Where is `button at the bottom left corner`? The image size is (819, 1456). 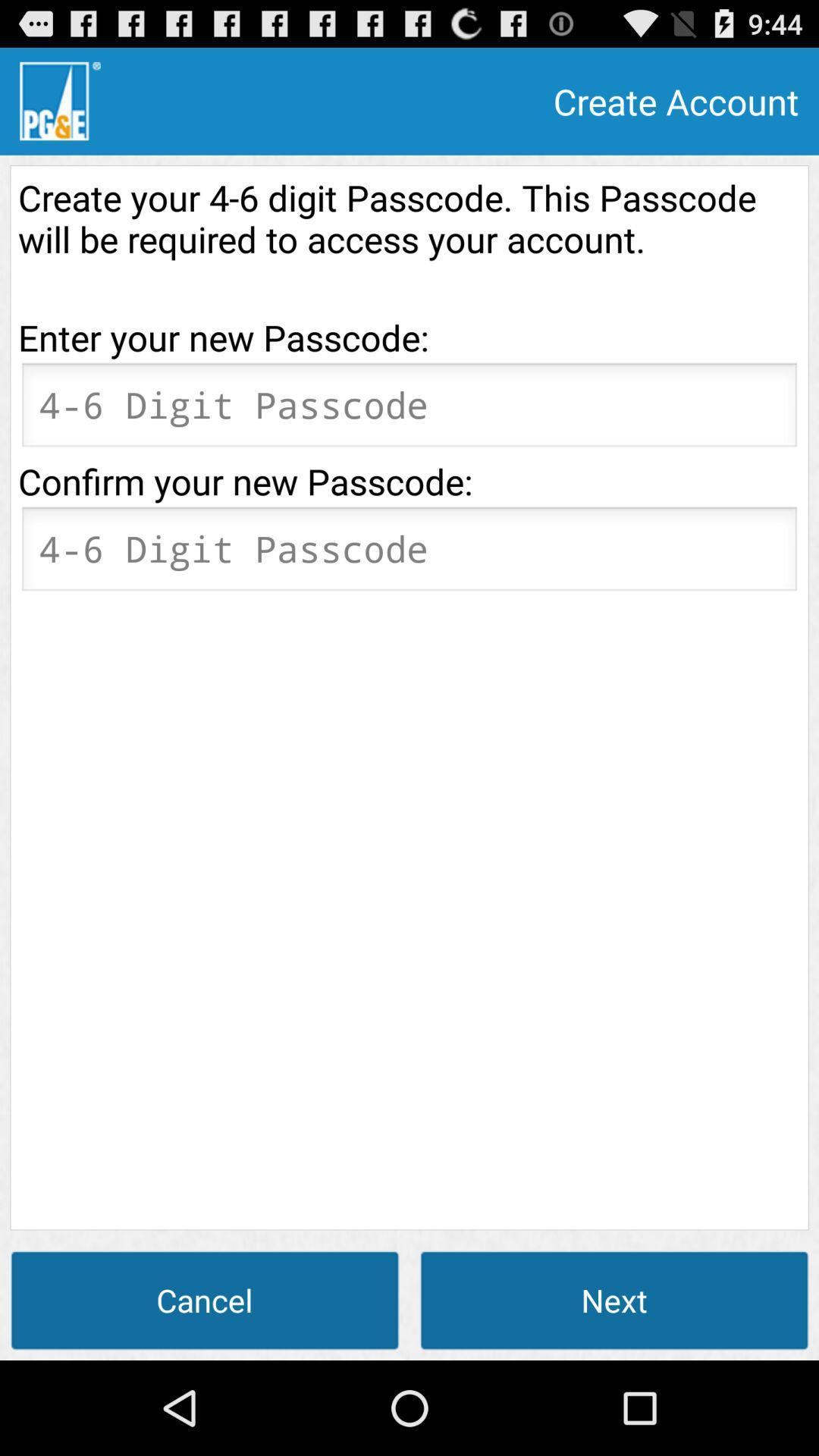 button at the bottom left corner is located at coordinates (205, 1299).